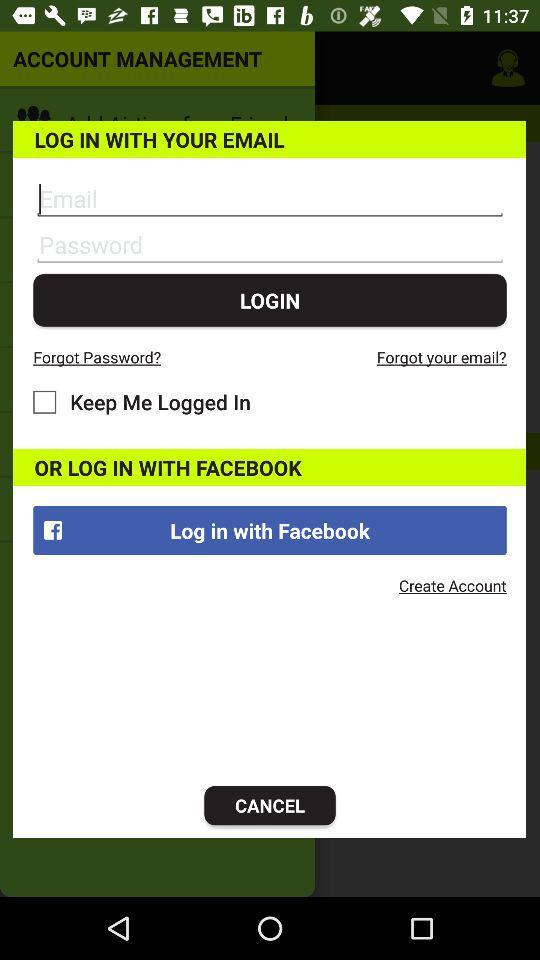 The image size is (540, 960). I want to click on create account icon, so click(452, 585).